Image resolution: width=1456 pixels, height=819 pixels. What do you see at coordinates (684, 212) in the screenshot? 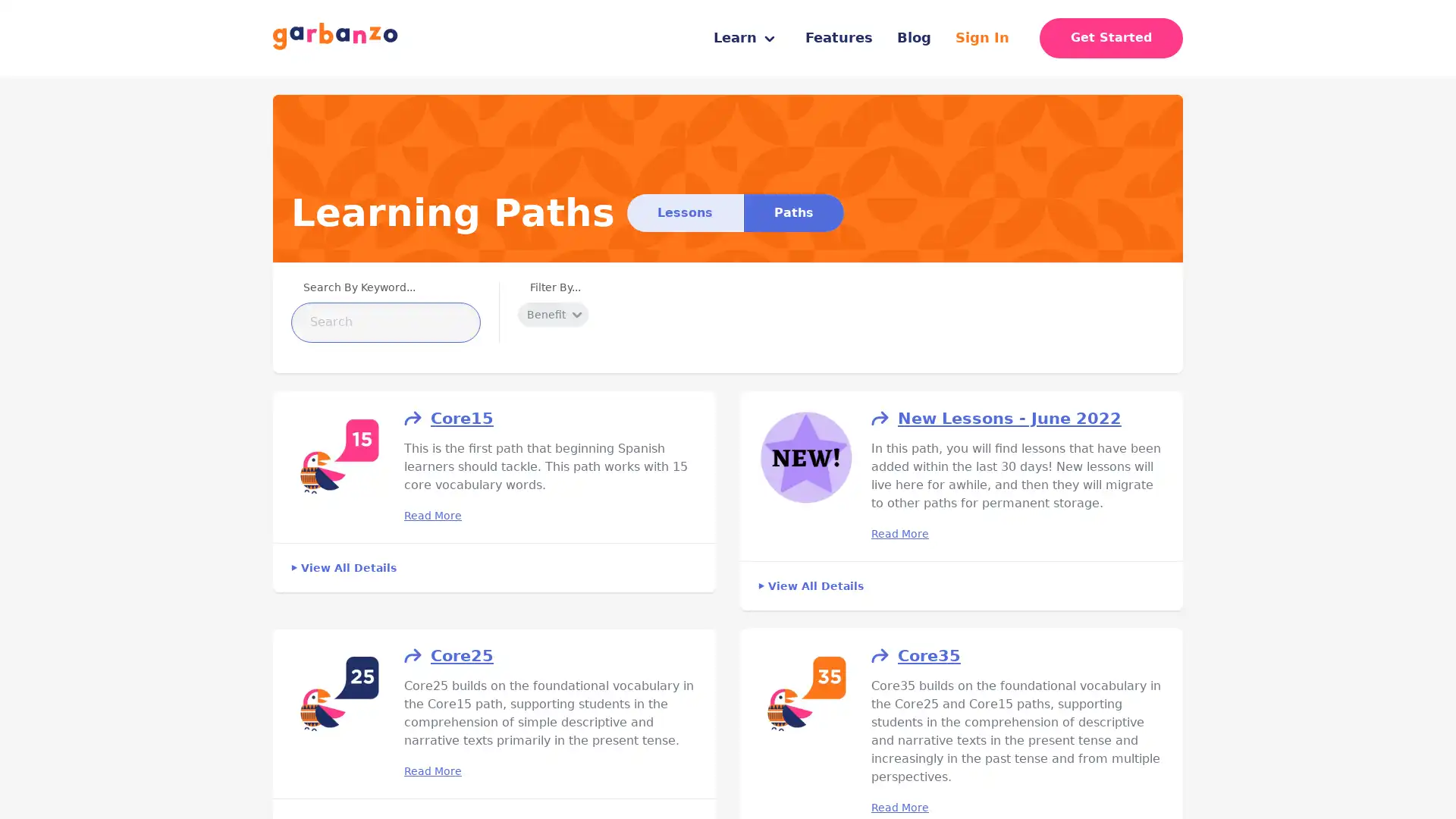
I see `View Lessons` at bounding box center [684, 212].